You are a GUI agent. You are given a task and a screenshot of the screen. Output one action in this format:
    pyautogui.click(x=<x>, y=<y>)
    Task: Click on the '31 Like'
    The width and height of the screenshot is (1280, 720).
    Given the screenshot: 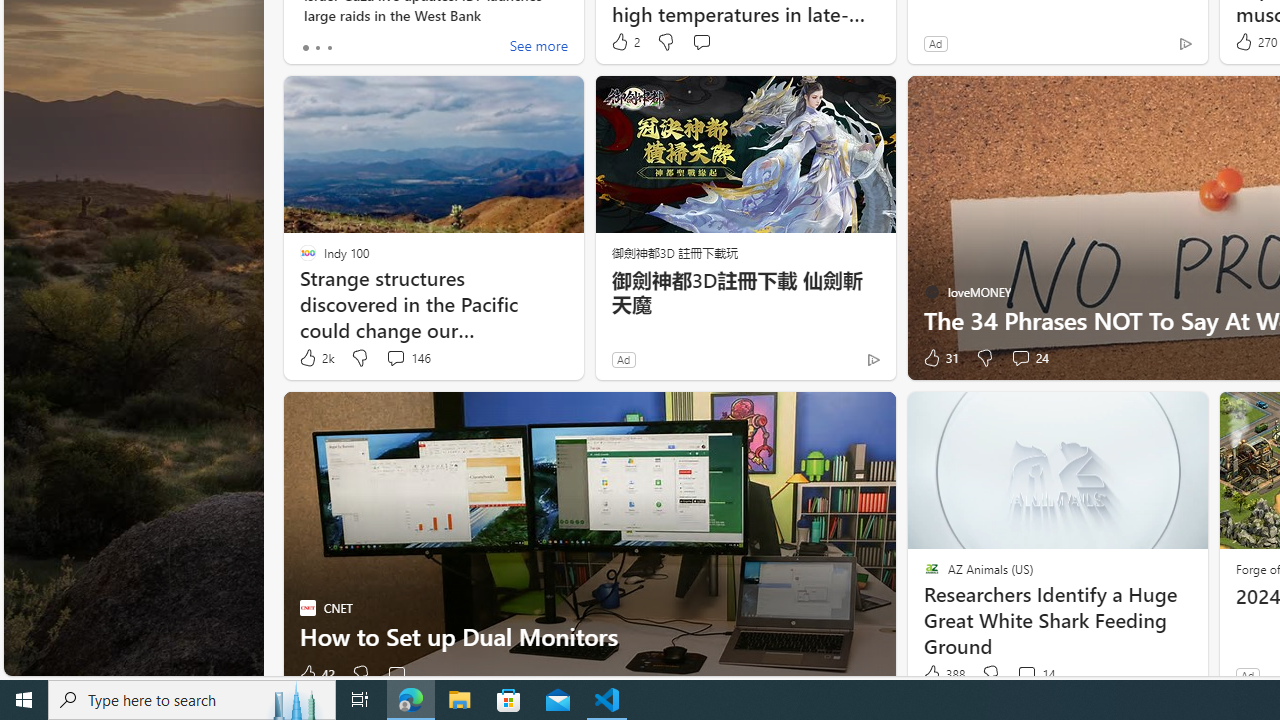 What is the action you would take?
    pyautogui.click(x=938, y=357)
    